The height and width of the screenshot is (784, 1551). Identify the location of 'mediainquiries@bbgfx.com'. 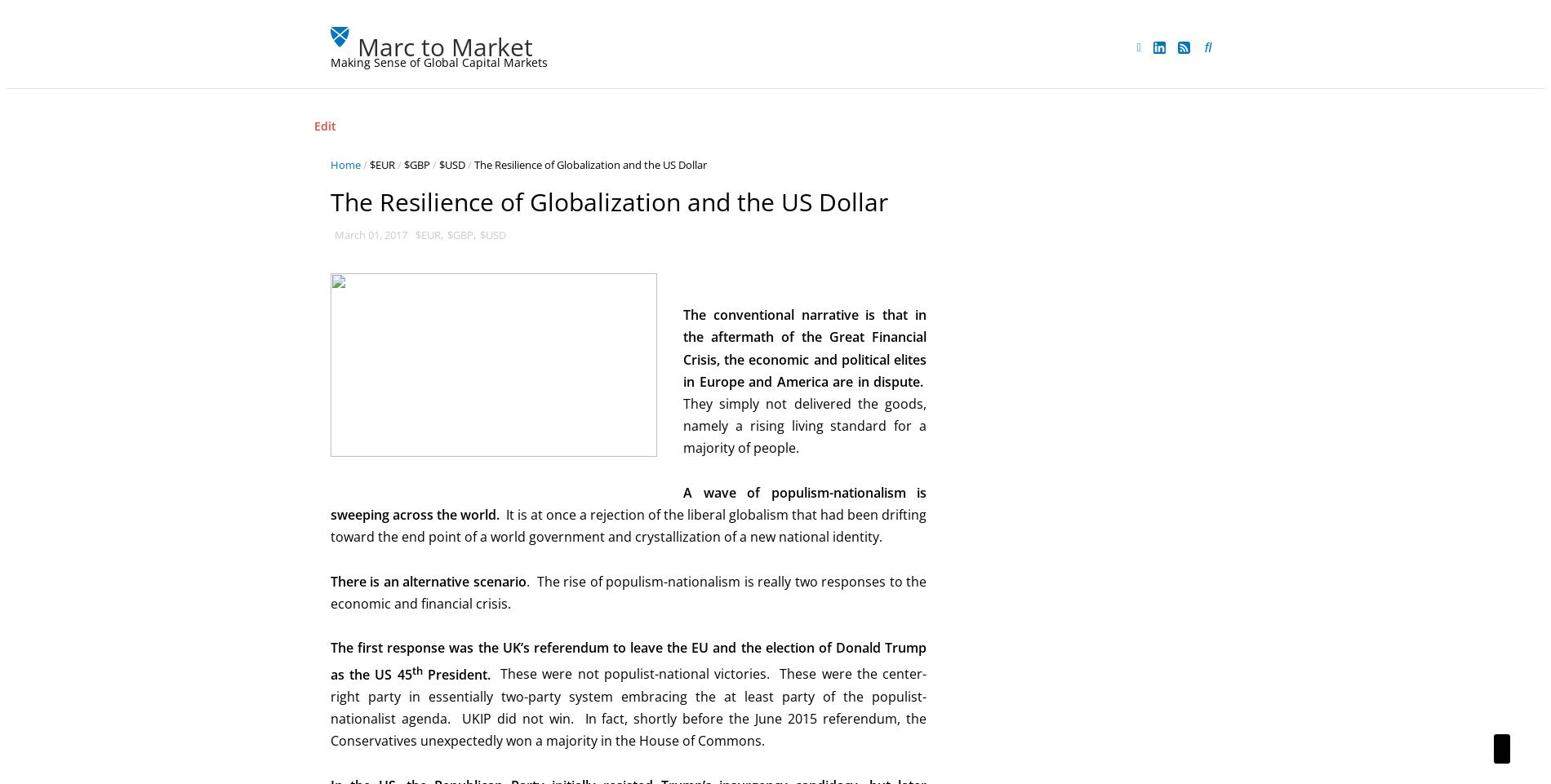
(1029, 403).